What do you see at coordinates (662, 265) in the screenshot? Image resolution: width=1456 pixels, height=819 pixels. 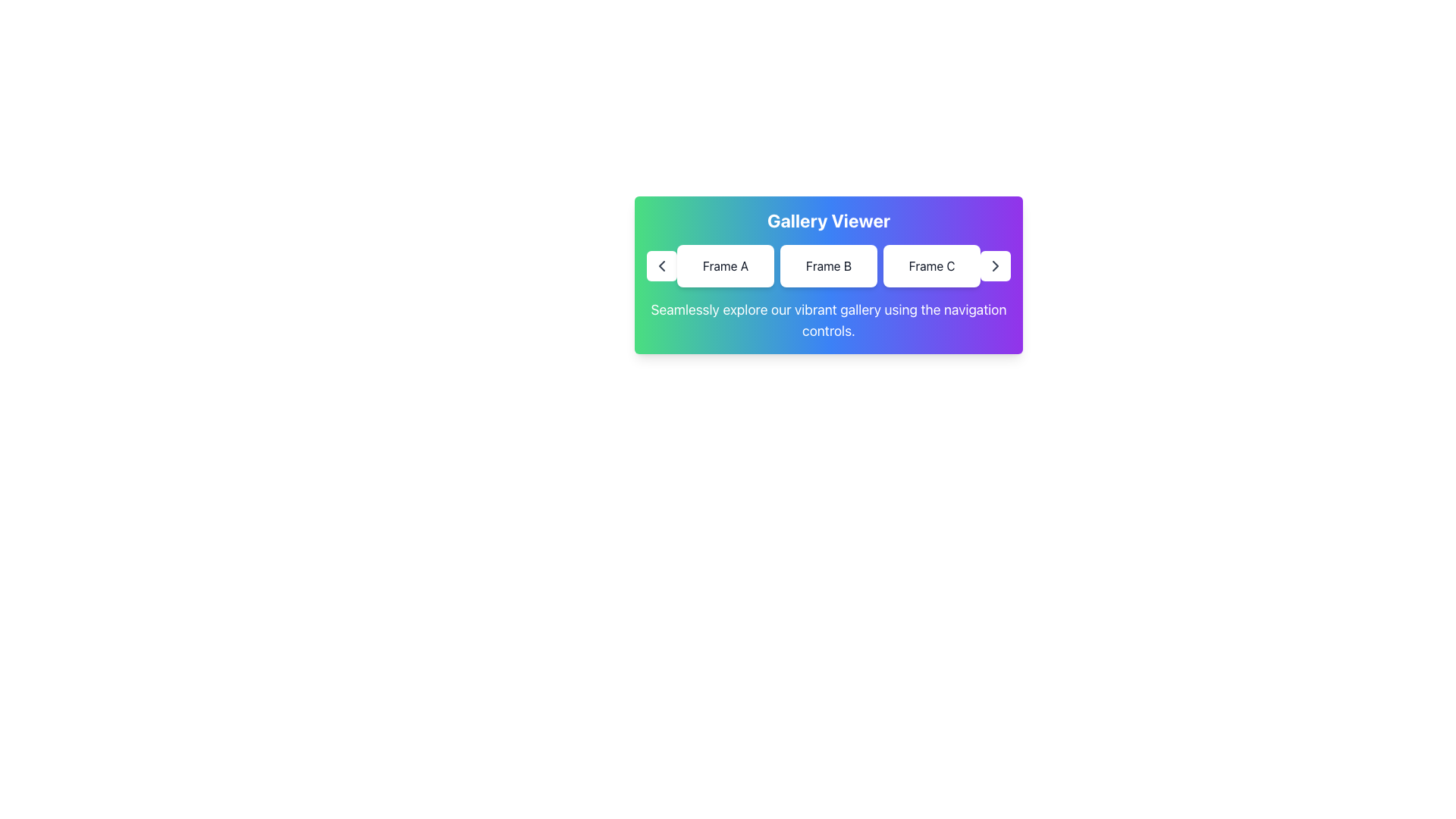 I see `the gray leftward-pointing chevron SVG icon inside the button in the top-left corner of the gallery interface` at bounding box center [662, 265].